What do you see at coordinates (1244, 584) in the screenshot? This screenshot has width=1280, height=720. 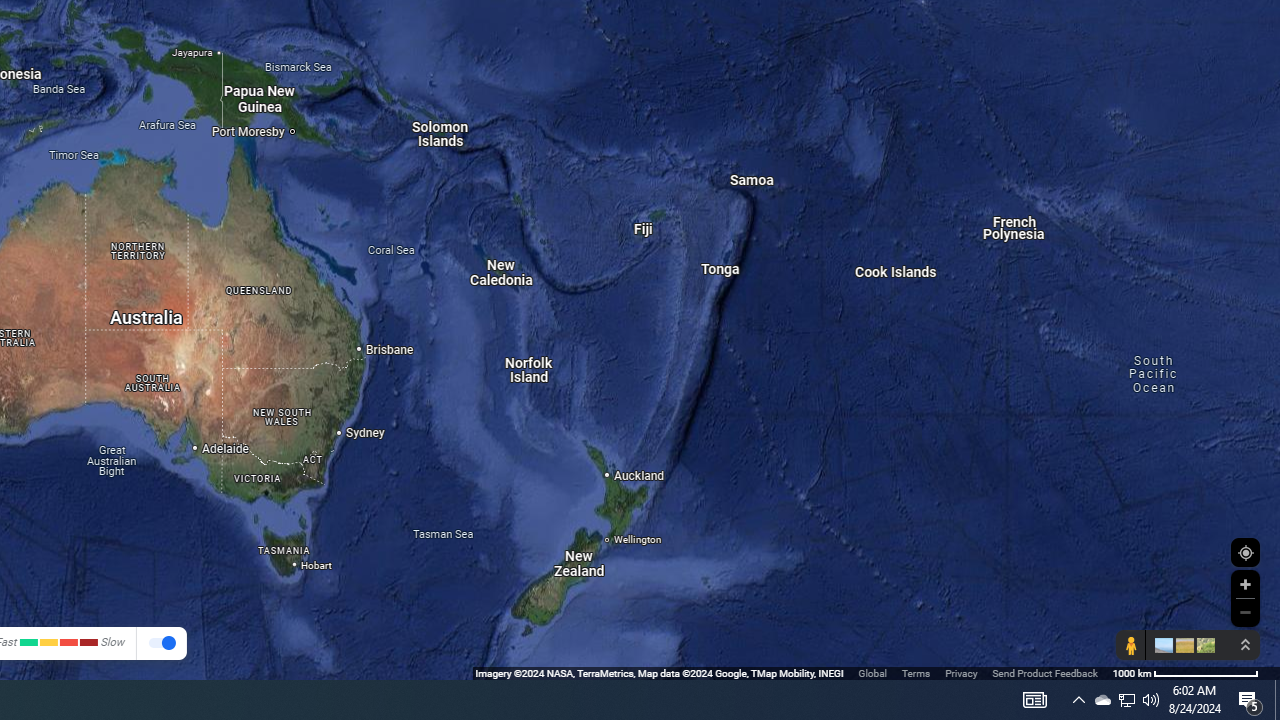 I see `'Zoom in'` at bounding box center [1244, 584].